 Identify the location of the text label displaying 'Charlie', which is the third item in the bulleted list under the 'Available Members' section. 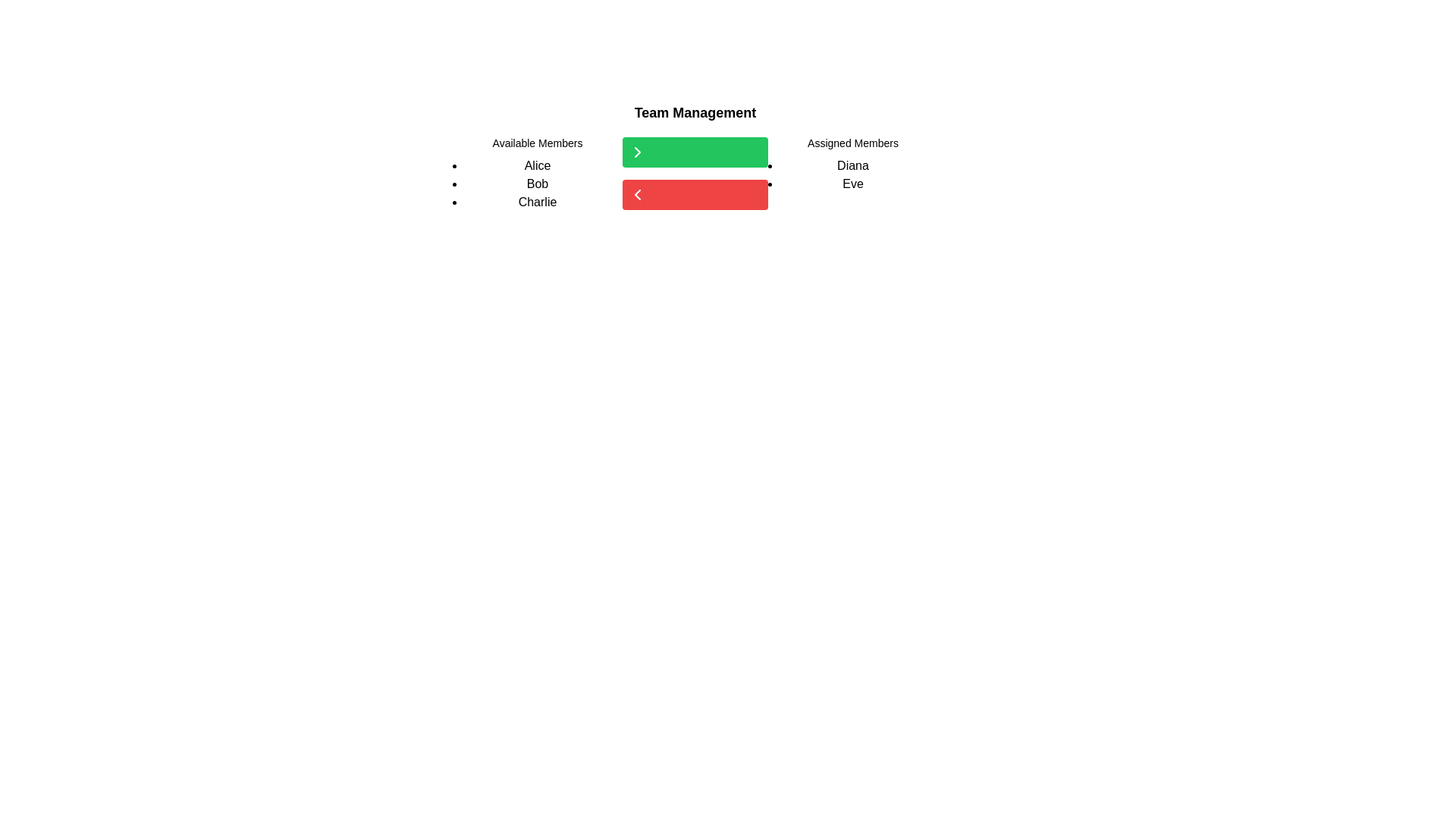
(538, 201).